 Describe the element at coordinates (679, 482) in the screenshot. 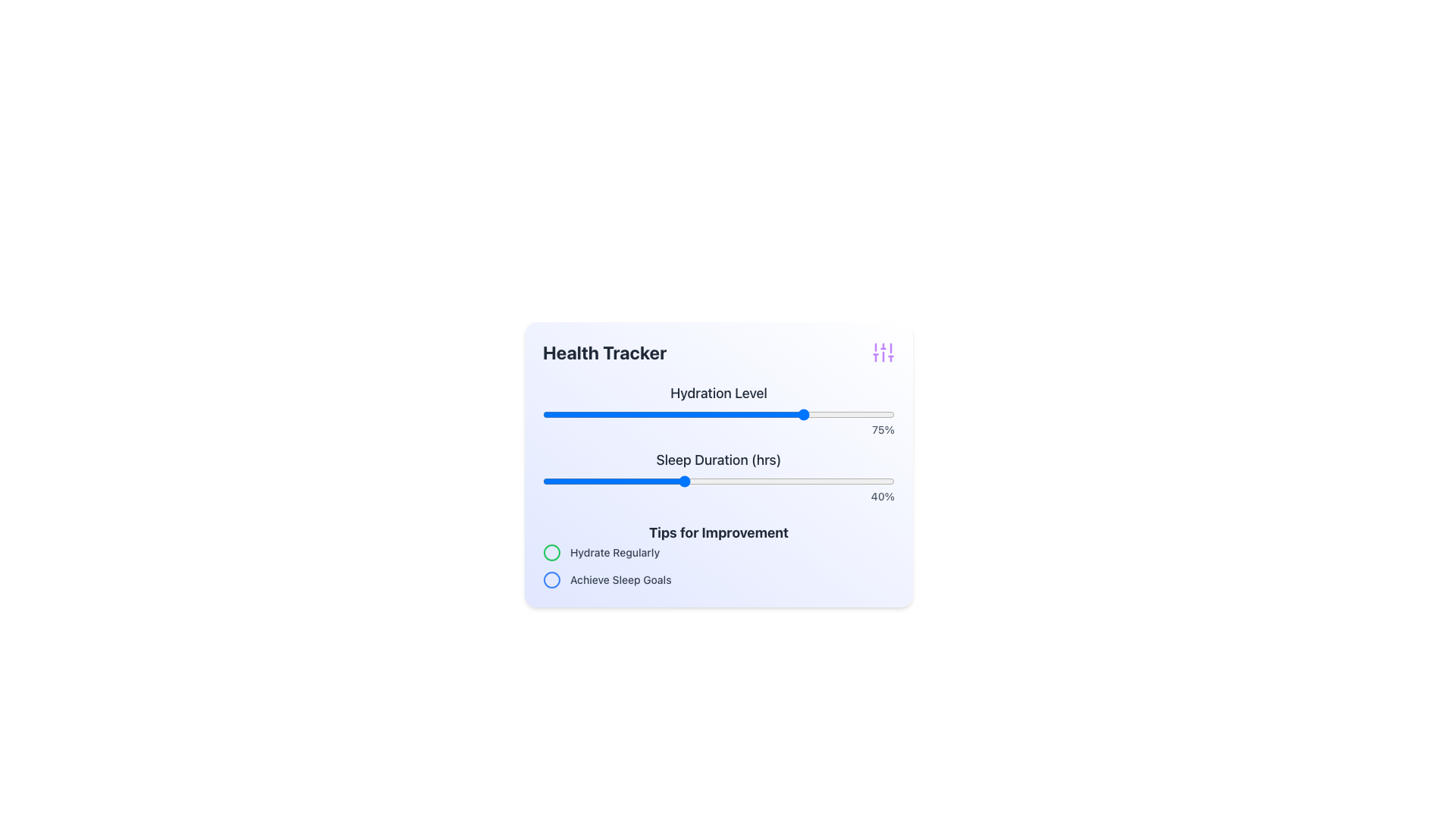

I see `the sleep duration` at that location.